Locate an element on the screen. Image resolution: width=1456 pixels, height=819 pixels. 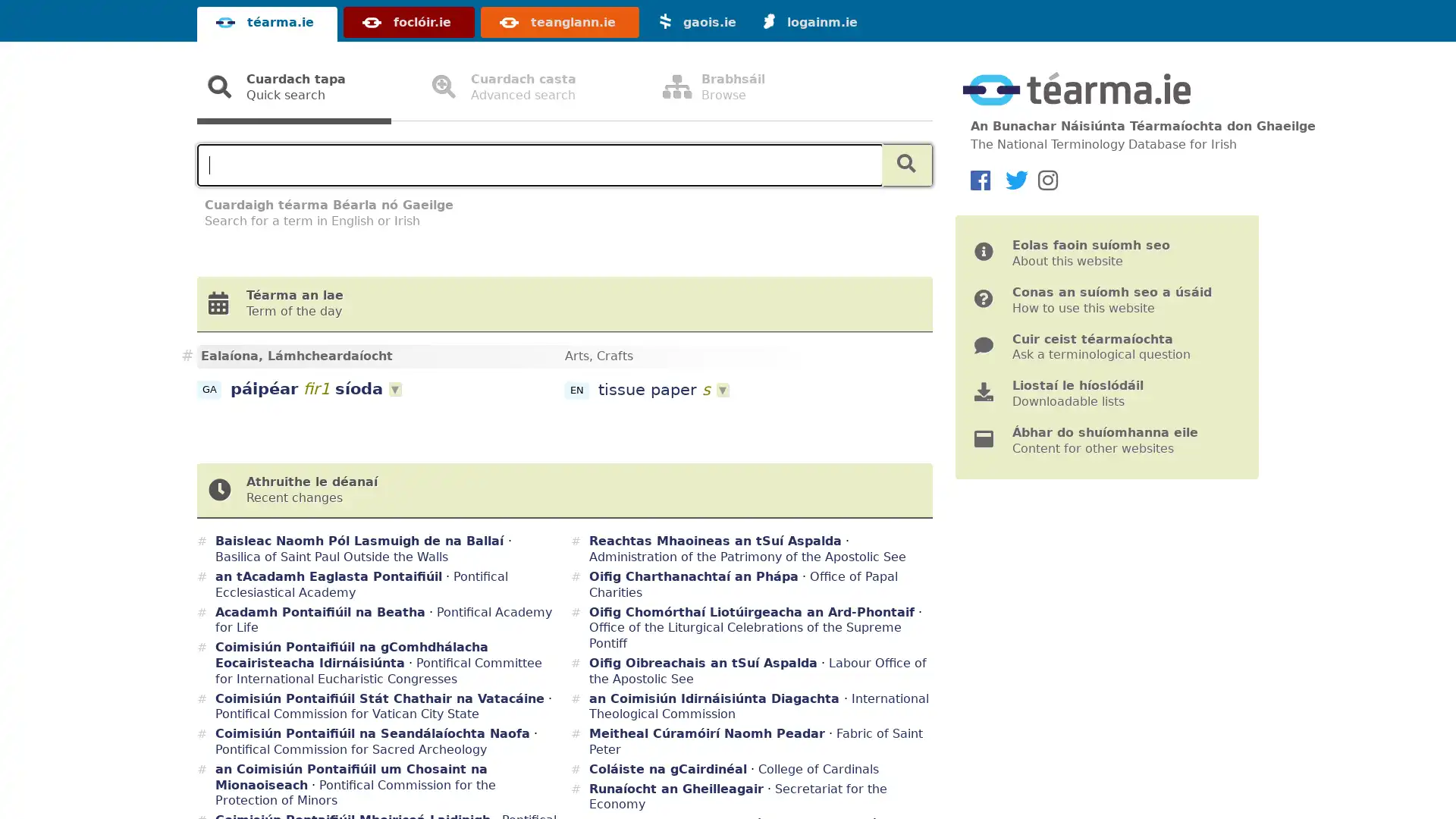
Cuardaigh  Search is located at coordinates (906, 165).